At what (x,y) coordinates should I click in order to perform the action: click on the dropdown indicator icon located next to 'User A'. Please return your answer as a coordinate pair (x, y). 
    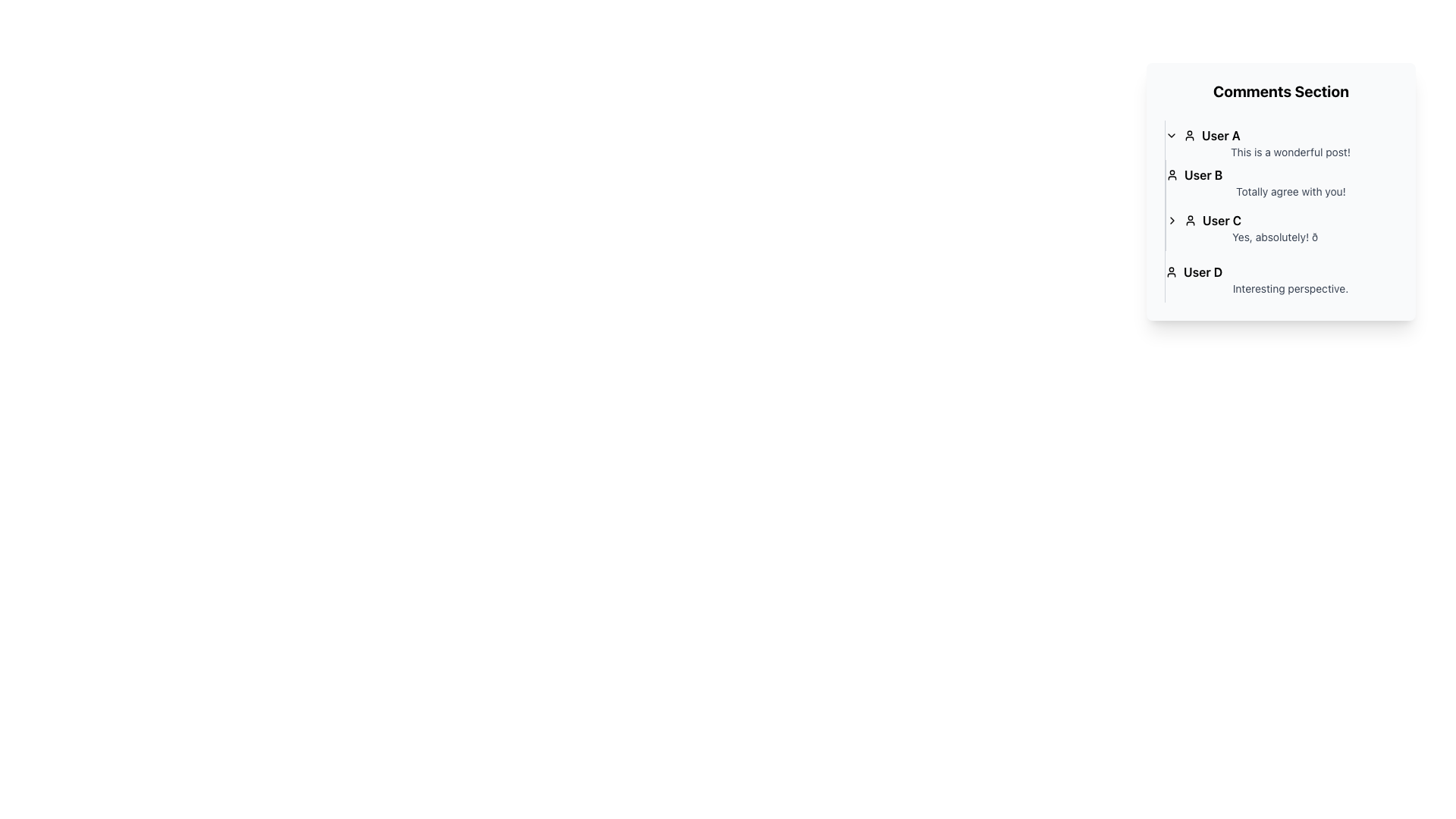
    Looking at the image, I should click on (1171, 134).